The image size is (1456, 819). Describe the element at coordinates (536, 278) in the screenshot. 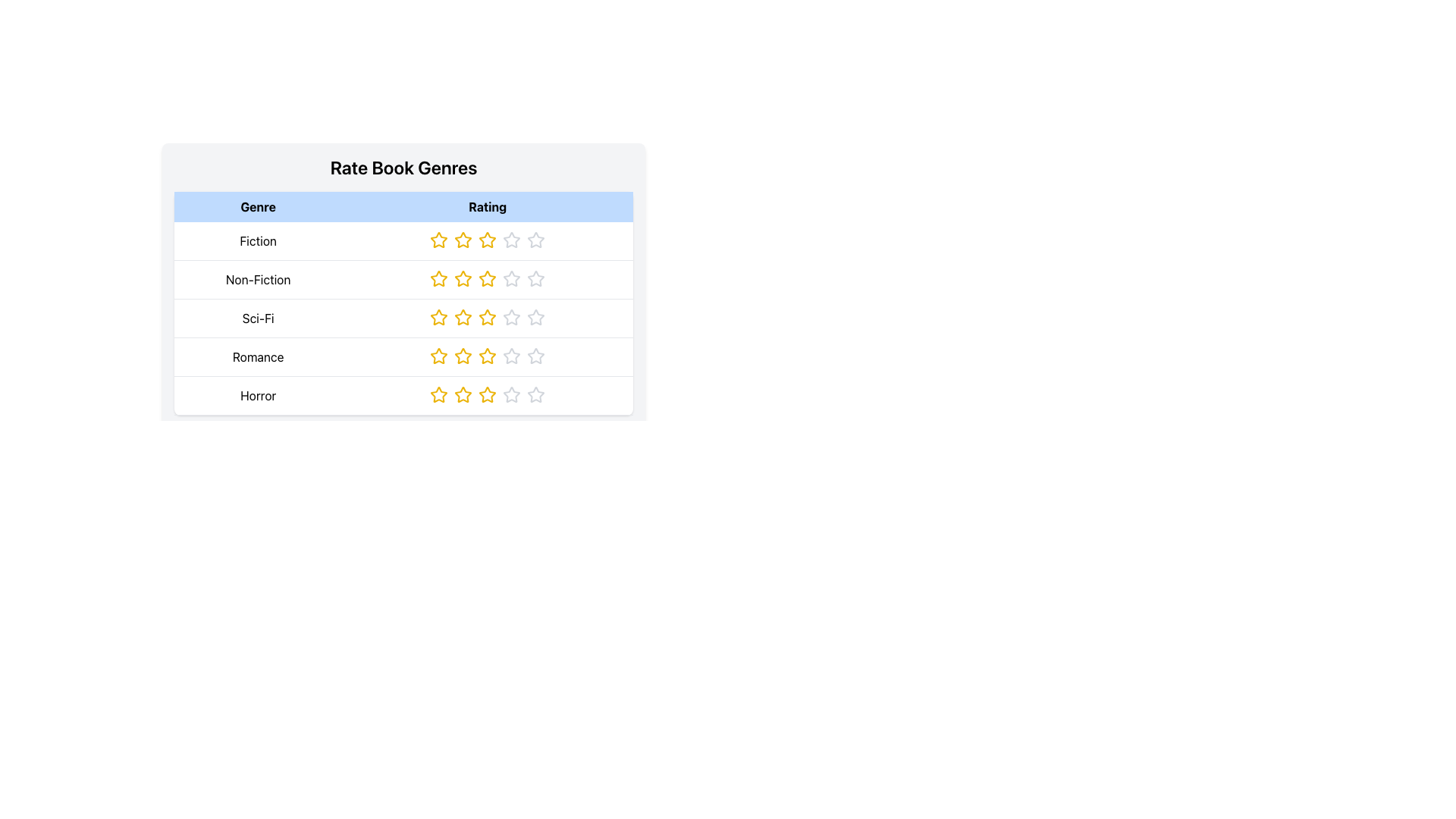

I see `the third star icon in the 'Non-Fiction' rating row of the 'Rate Book Genres' table to rate it` at that location.